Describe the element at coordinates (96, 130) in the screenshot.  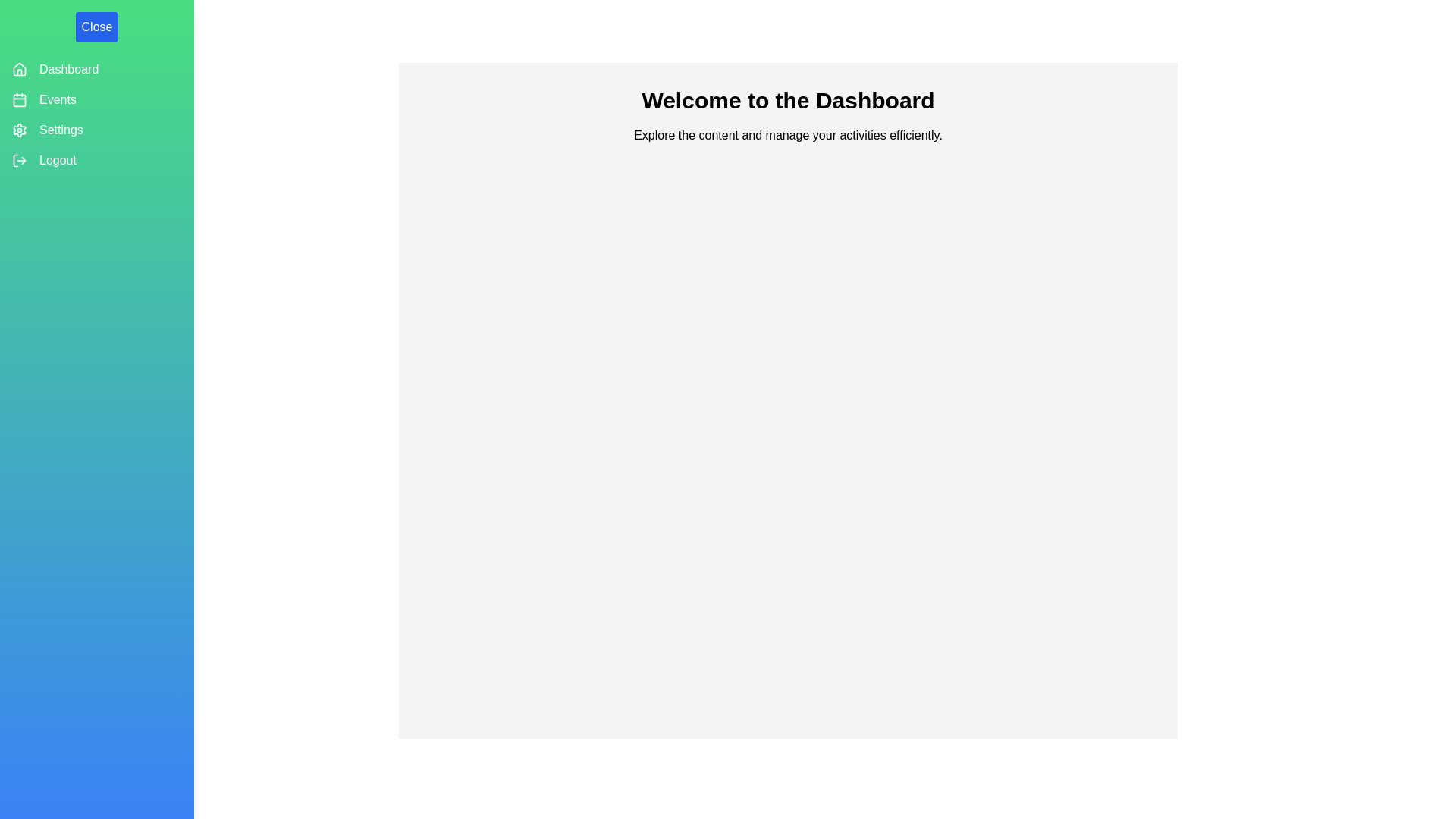
I see `the 'Settings' item in the navigation drawer` at that location.